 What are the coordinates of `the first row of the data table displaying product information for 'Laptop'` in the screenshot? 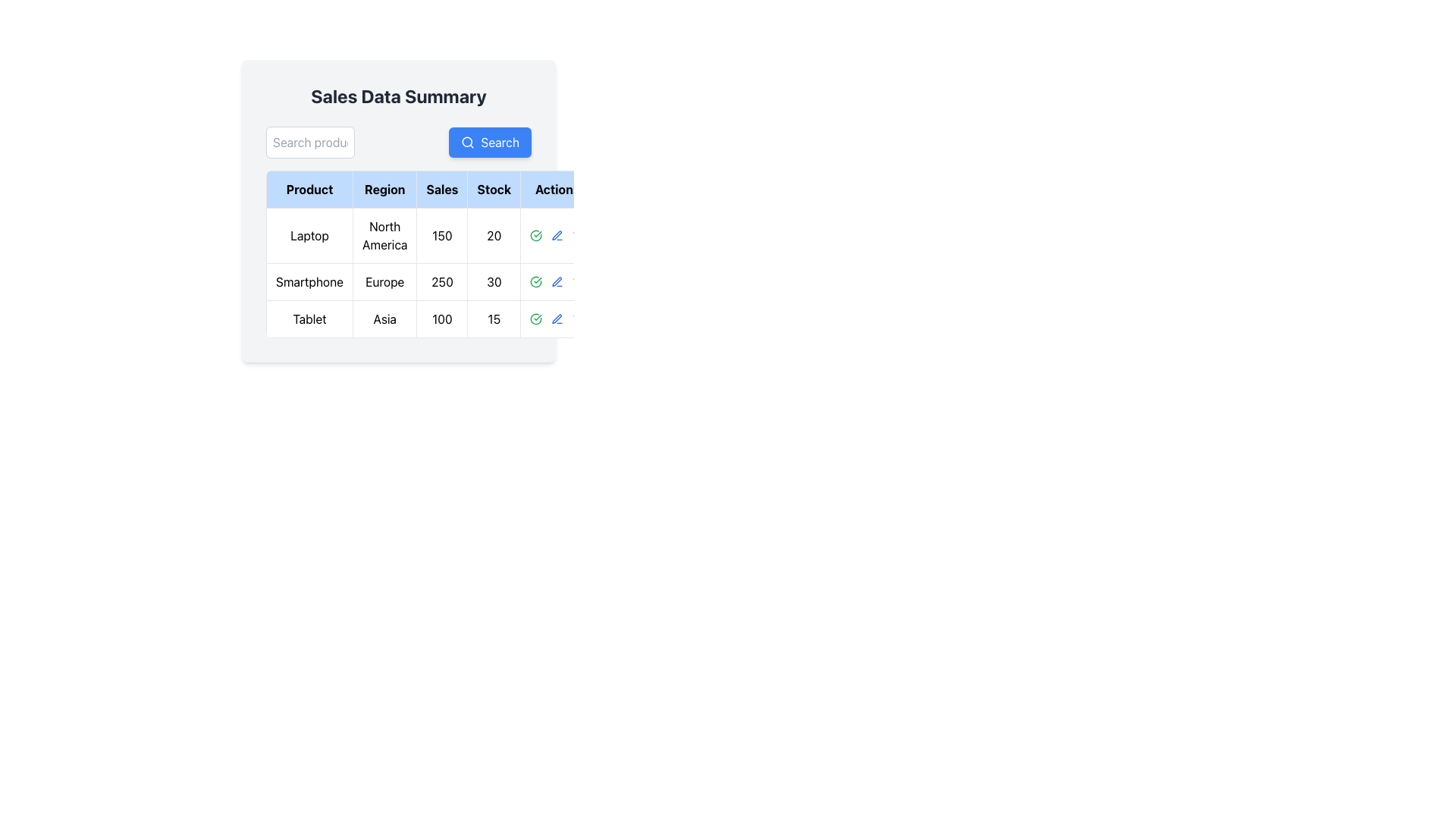 It's located at (429, 236).